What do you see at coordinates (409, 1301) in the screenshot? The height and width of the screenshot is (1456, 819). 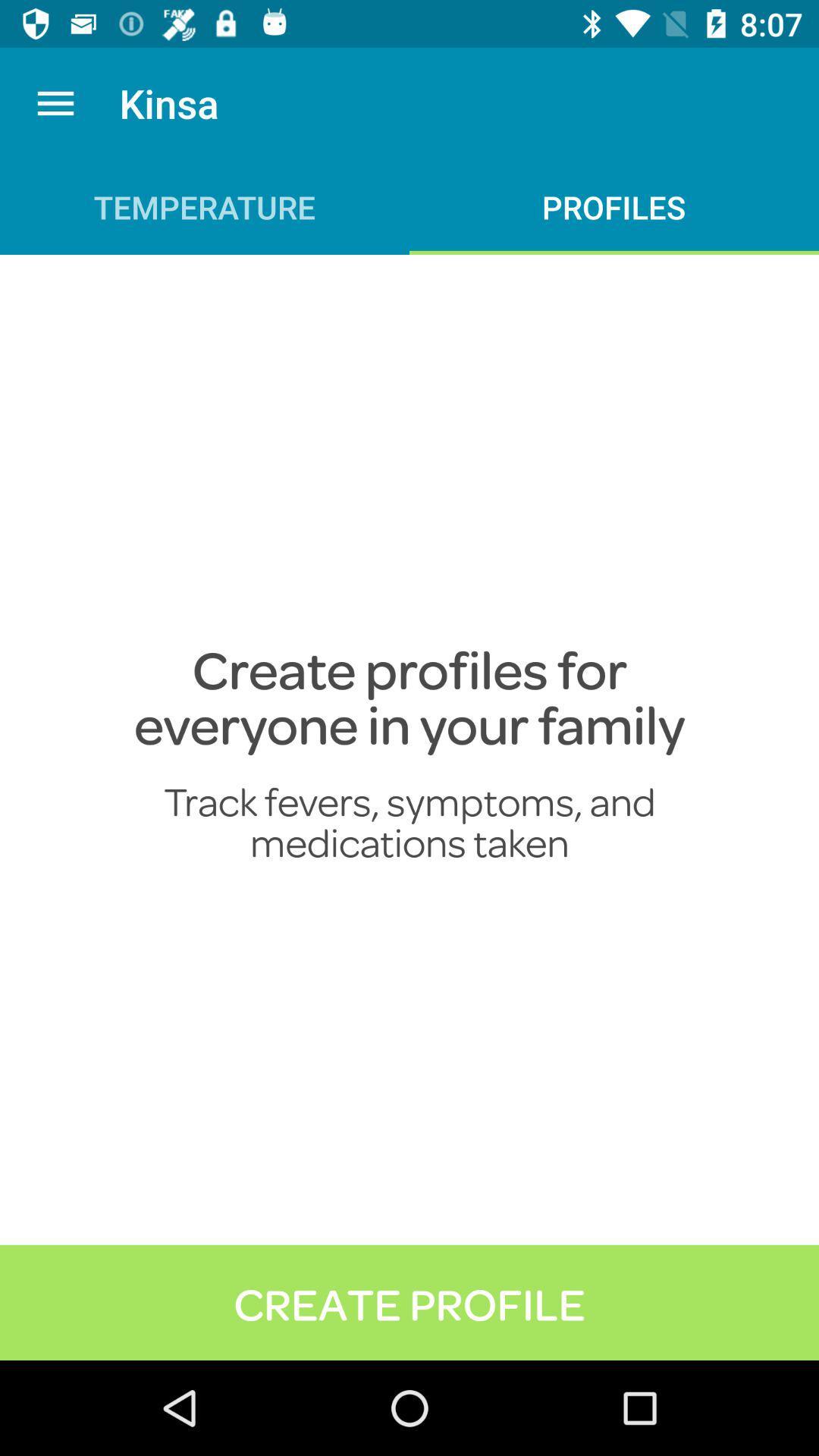 I see `create profile item` at bounding box center [409, 1301].